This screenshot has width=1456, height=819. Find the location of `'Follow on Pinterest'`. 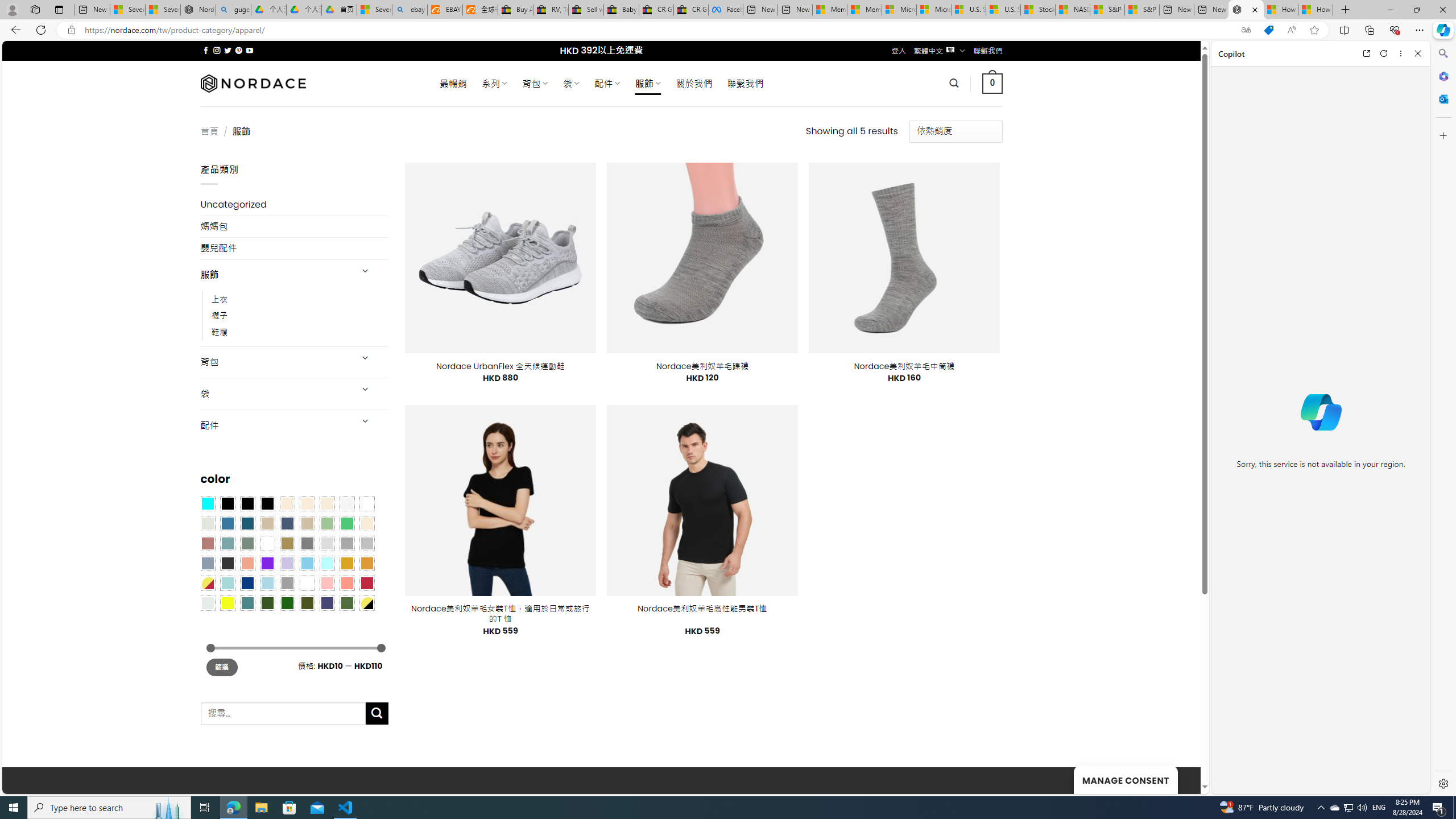

'Follow on Pinterest' is located at coordinates (237, 50).